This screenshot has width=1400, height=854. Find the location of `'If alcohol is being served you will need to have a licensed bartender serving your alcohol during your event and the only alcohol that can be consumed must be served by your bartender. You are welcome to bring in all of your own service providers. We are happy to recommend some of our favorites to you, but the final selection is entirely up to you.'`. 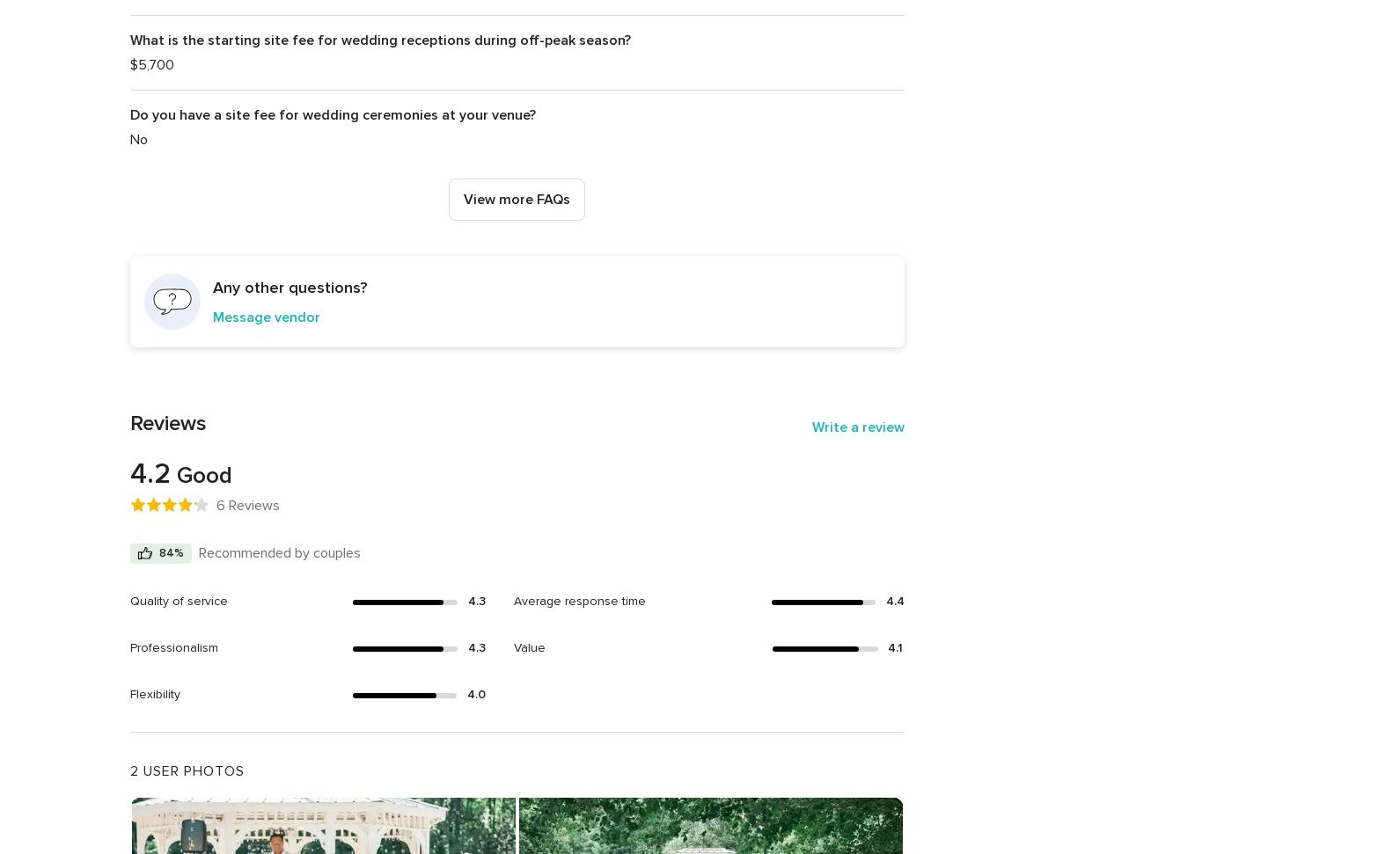

'If alcohol is being served you will need to have a licensed bartender serving your alcohol during your event and the only alcohol that can be consumed must be served by your bartender. You are welcome to bring in all of your own service providers. We are happy to recommend some of our favorites to you, but the final selection is entirely up to you.' is located at coordinates (129, 166).